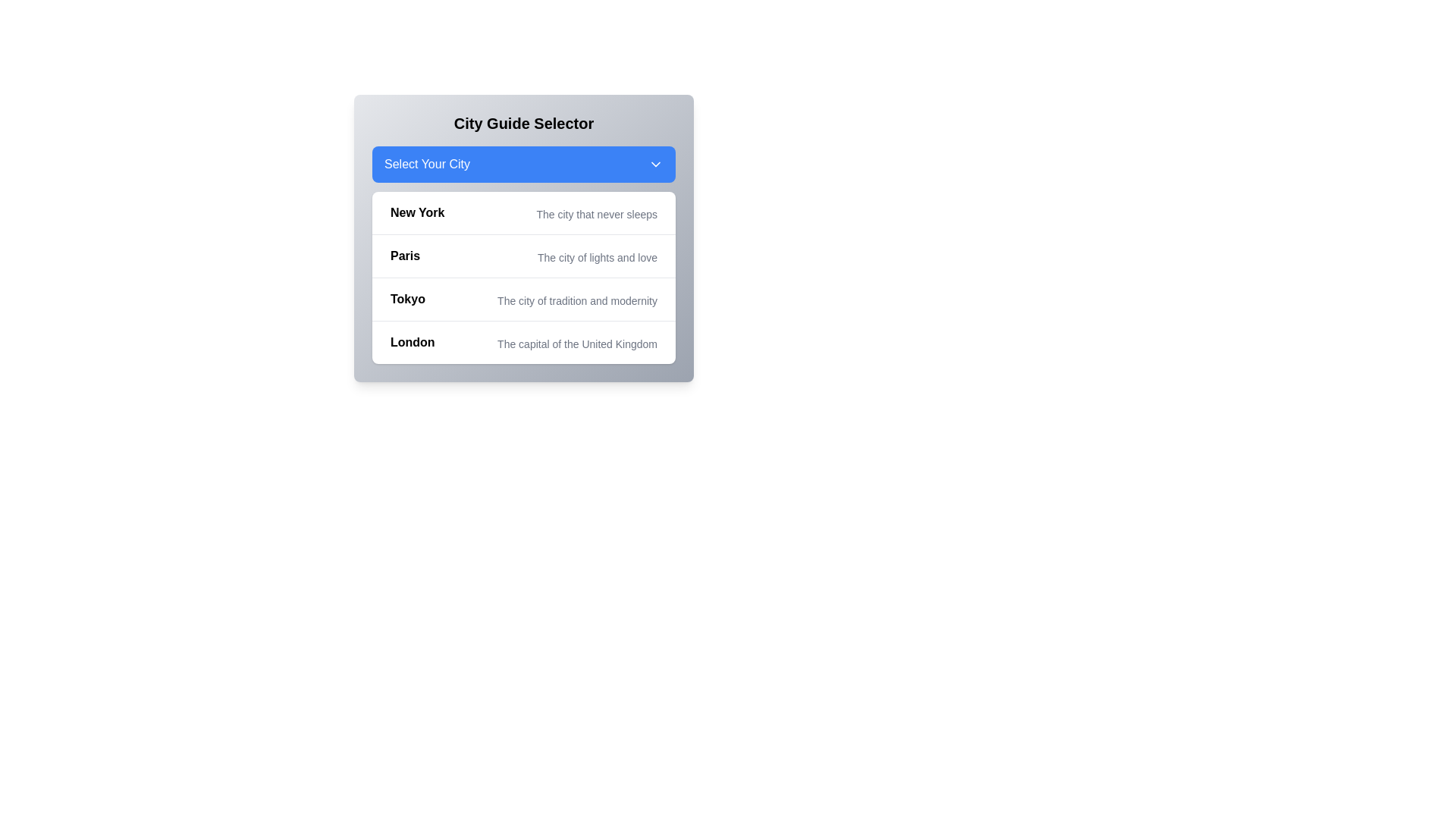  I want to click on the Static text header that serves as the title of the city guide selection interface, located at the top of the card layout, above the 'Select Your City' button, so click(524, 122).